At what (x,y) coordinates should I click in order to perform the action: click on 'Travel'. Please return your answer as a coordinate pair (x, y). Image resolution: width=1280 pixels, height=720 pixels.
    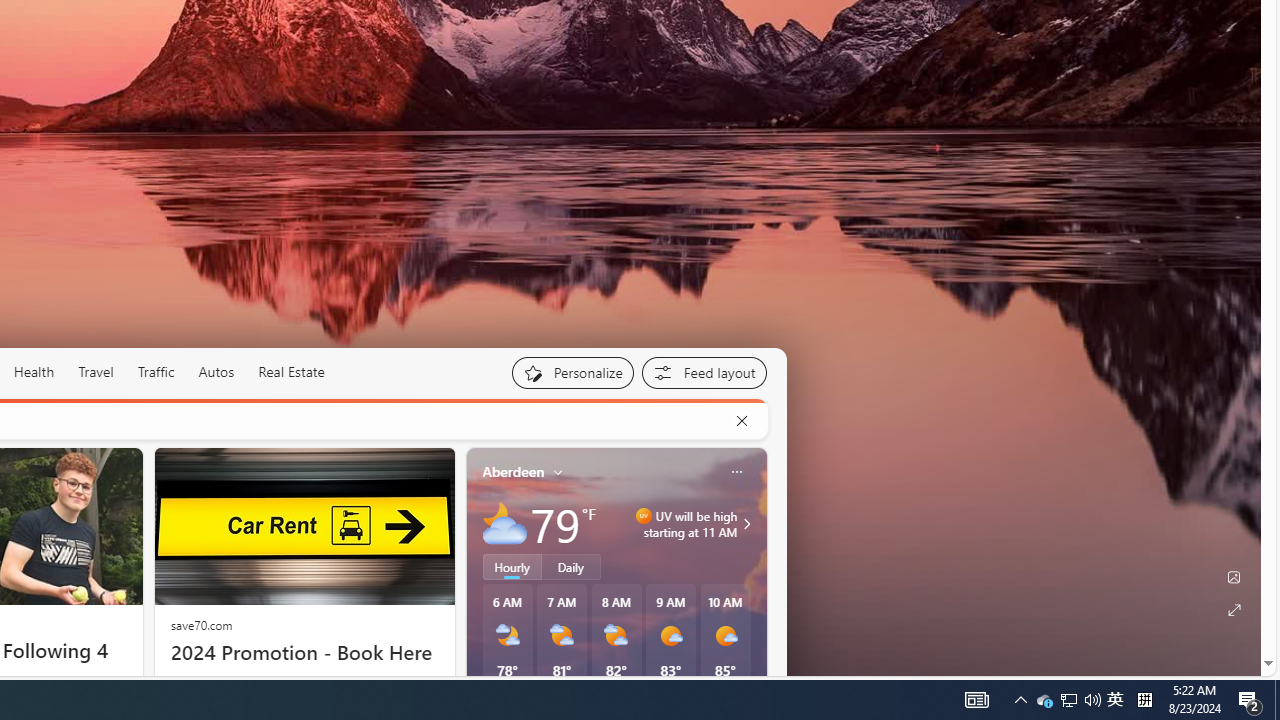
    Looking at the image, I should click on (95, 371).